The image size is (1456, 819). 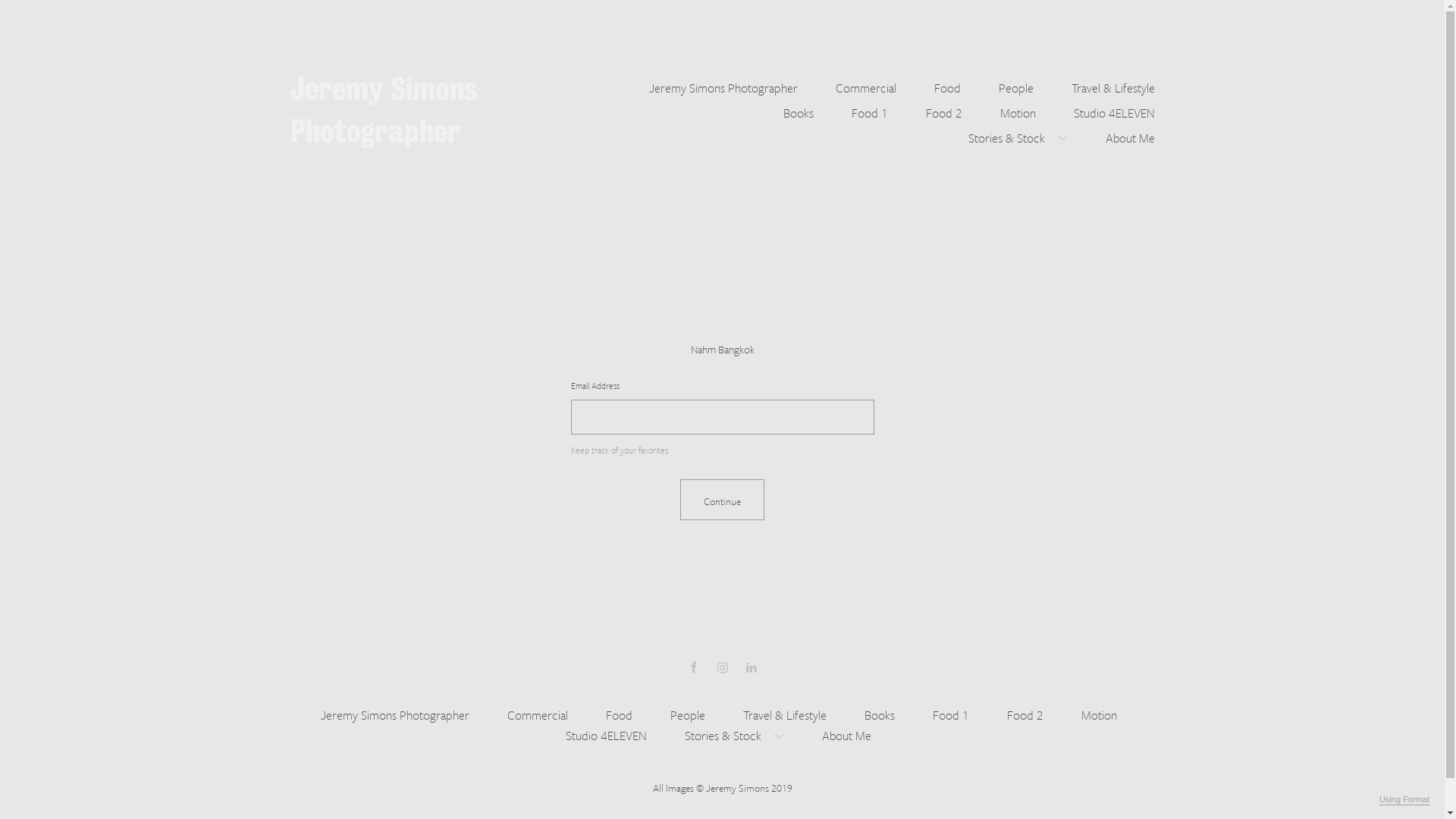 What do you see at coordinates (1025, 713) in the screenshot?
I see `'Food 2'` at bounding box center [1025, 713].